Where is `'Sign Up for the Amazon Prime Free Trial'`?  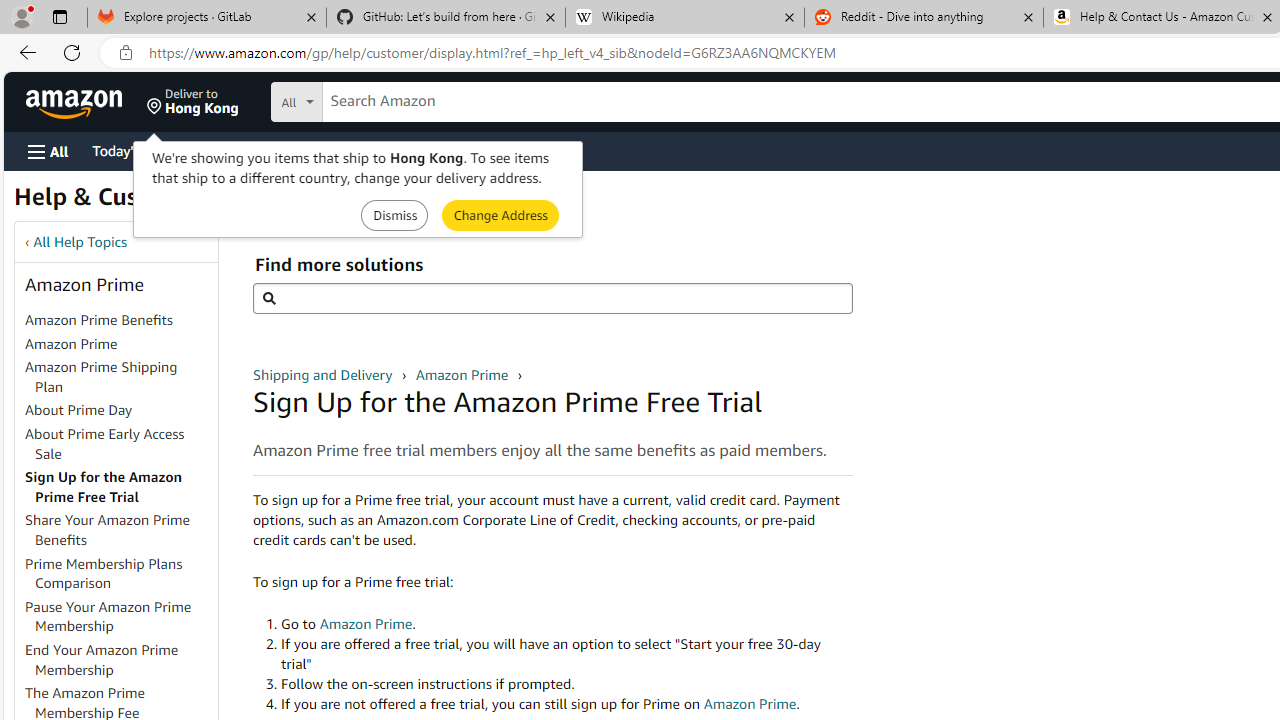 'Sign Up for the Amazon Prime Free Trial' is located at coordinates (119, 488).